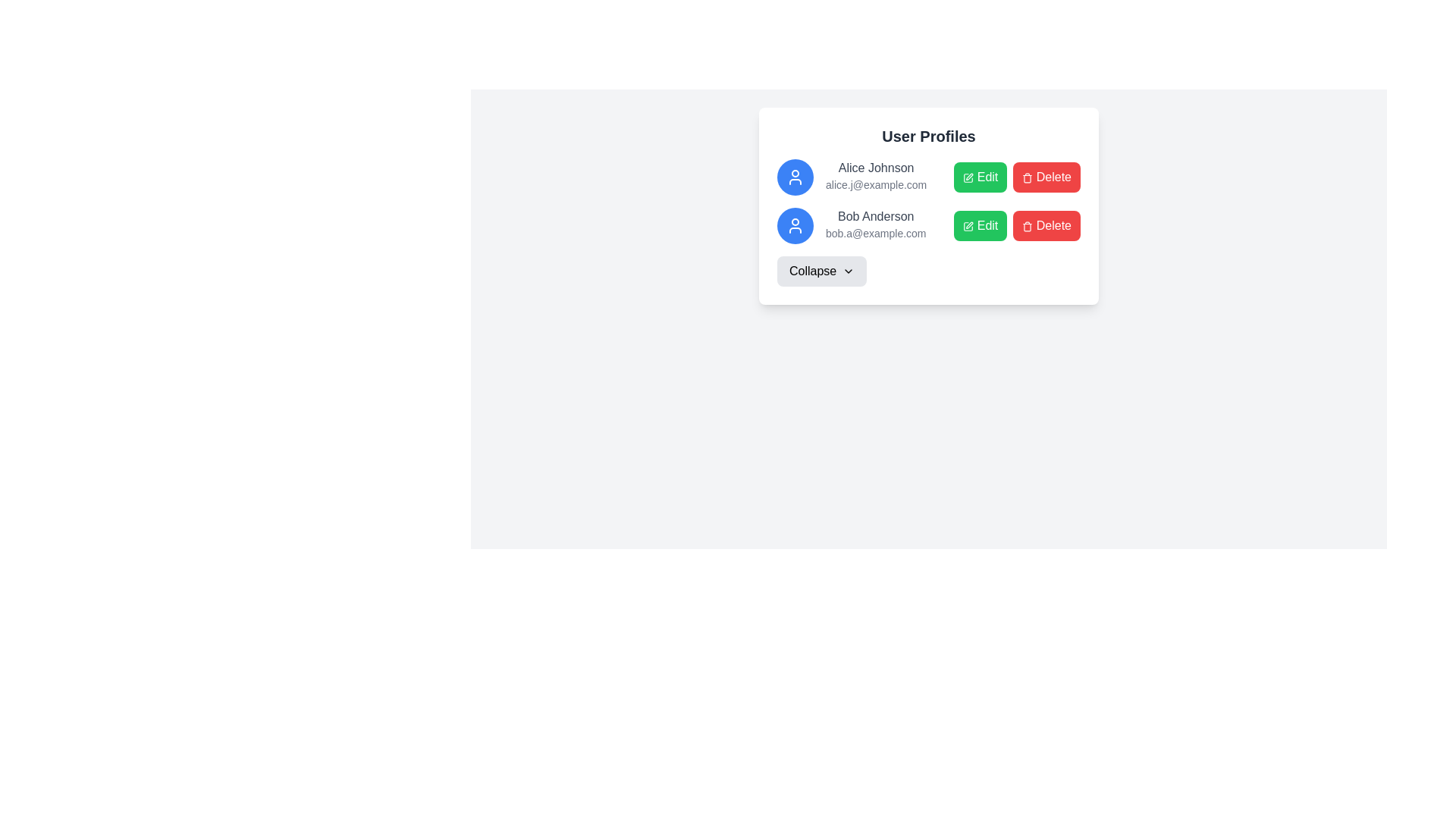  What do you see at coordinates (1017, 225) in the screenshot?
I see `the red 'Delete' button in the button group associated with user 'Bob Anderson' to invoke its actions` at bounding box center [1017, 225].